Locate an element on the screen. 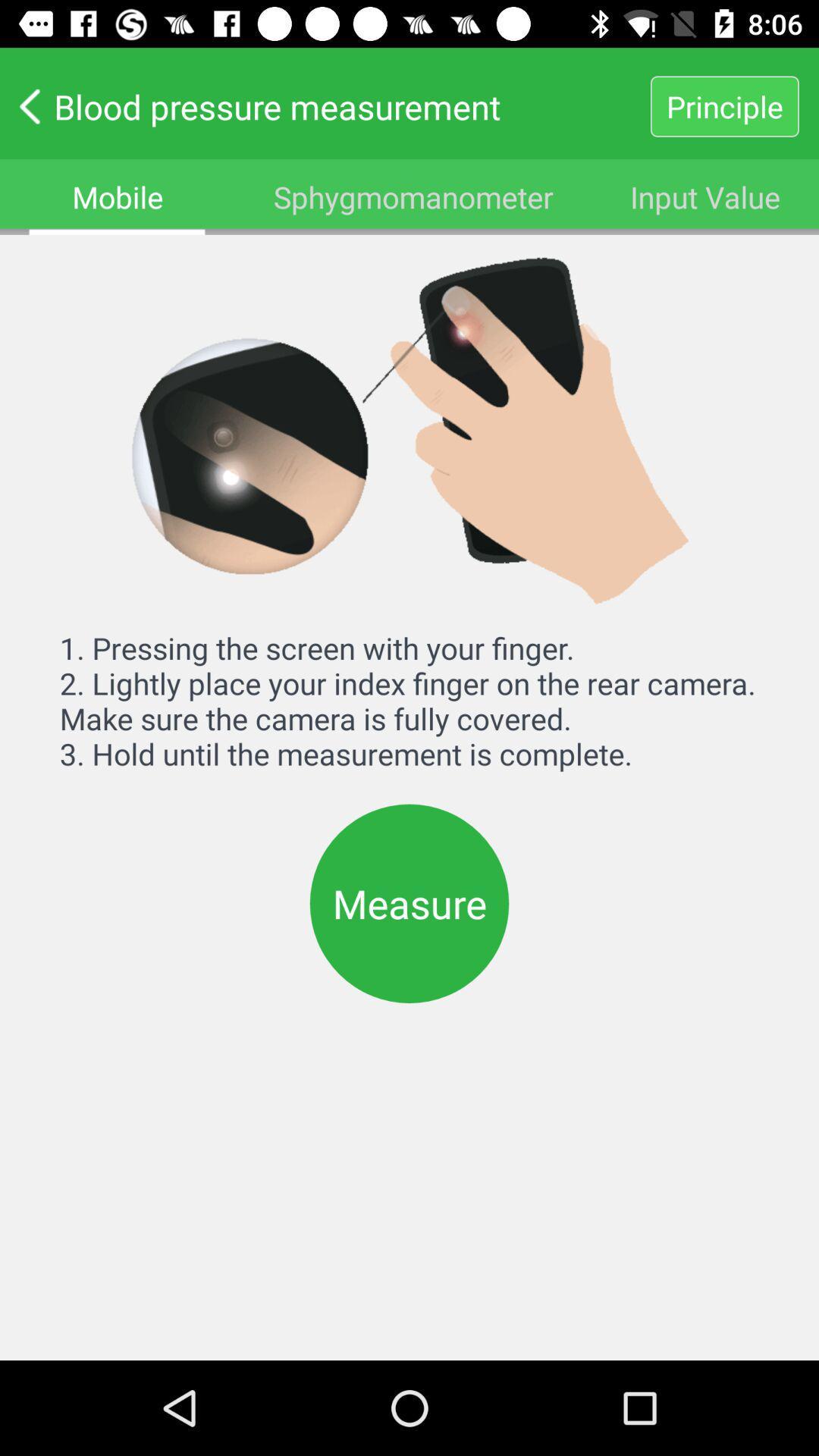  the item above mobile icon is located at coordinates (324, 105).